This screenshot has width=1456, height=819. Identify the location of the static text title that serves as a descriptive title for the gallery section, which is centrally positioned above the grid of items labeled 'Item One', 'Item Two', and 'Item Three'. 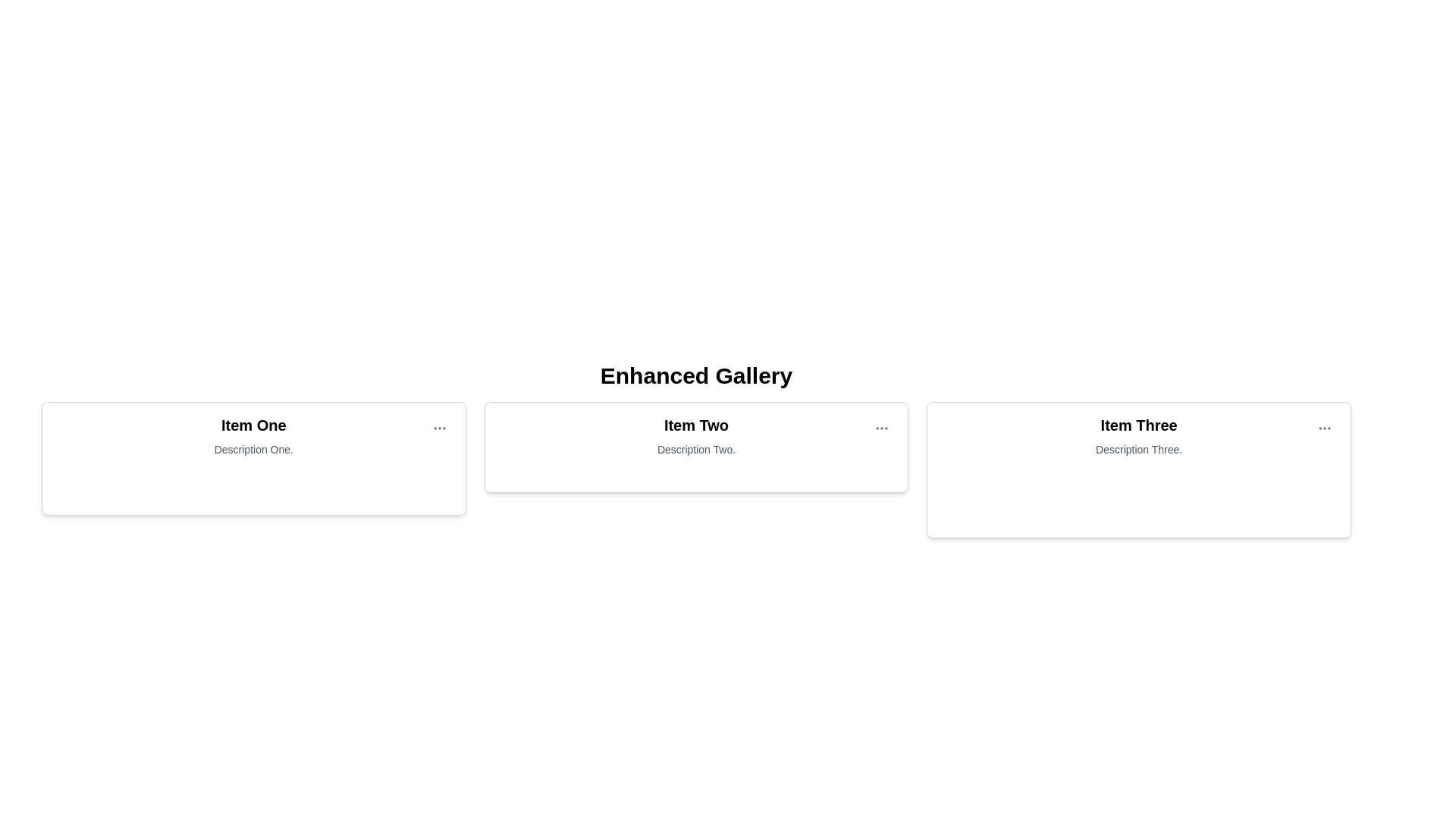
(695, 375).